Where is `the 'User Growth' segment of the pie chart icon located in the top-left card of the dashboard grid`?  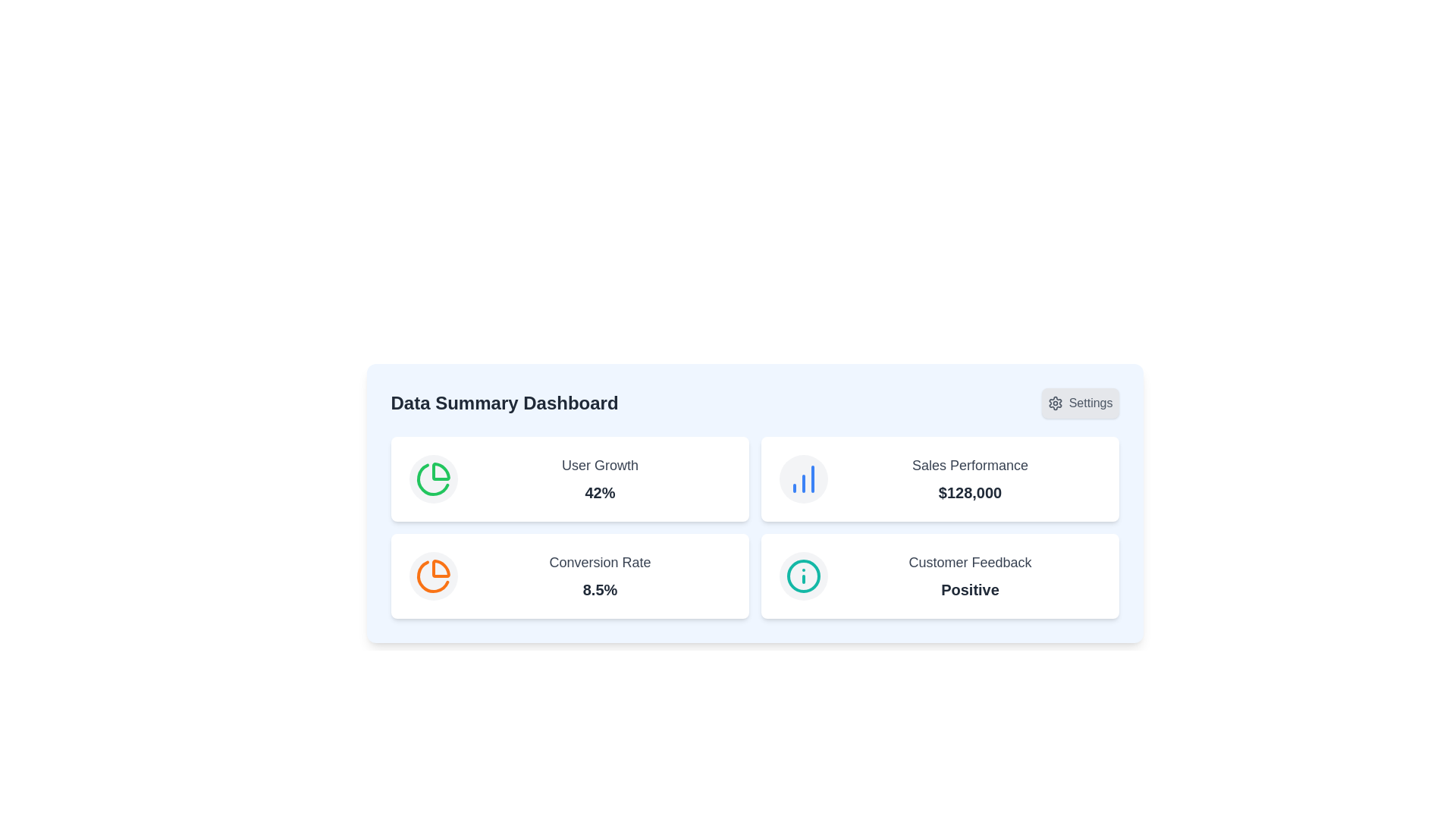 the 'User Growth' segment of the pie chart icon located in the top-left card of the dashboard grid is located at coordinates (440, 471).